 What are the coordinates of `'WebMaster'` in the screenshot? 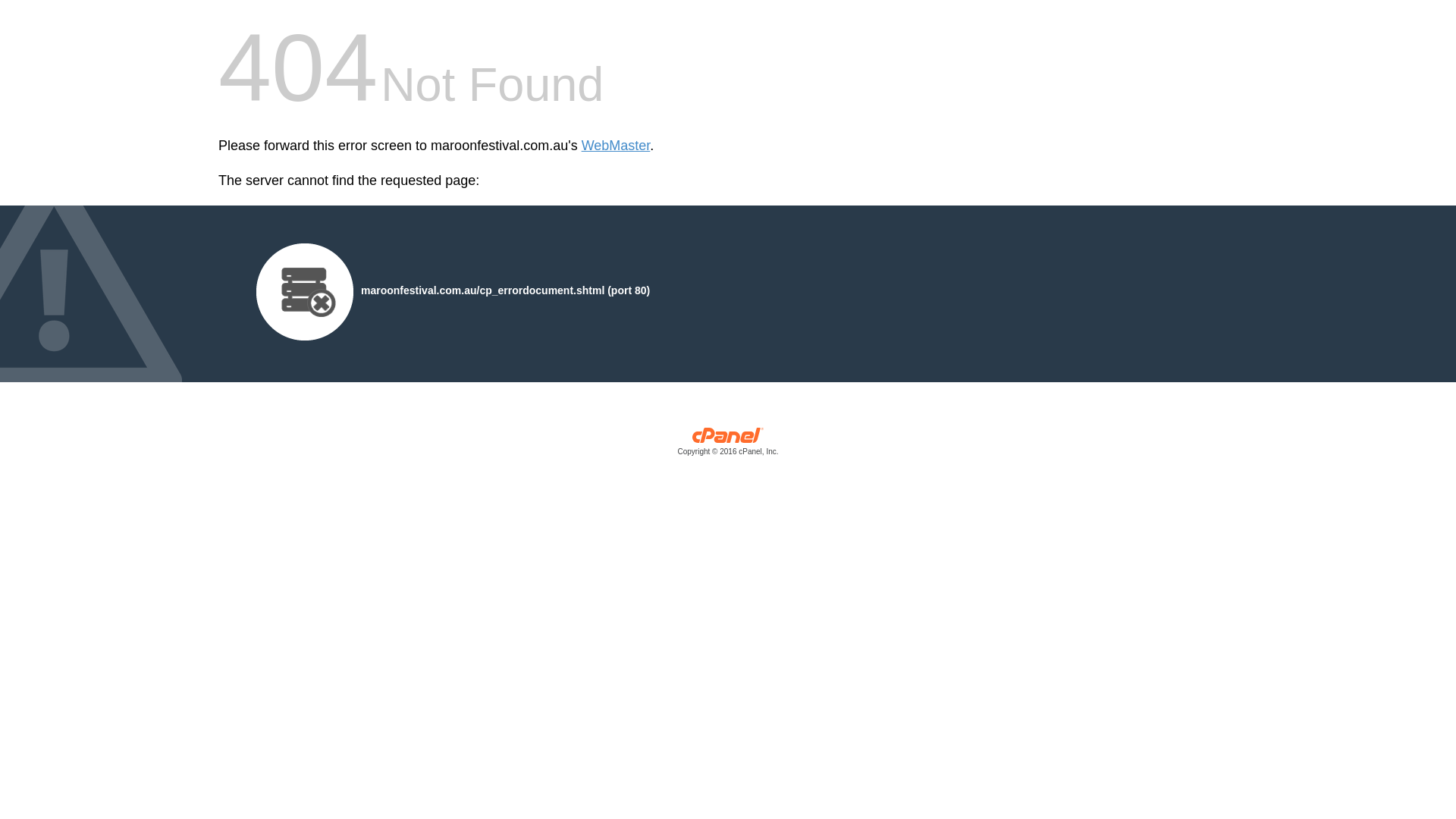 It's located at (581, 146).